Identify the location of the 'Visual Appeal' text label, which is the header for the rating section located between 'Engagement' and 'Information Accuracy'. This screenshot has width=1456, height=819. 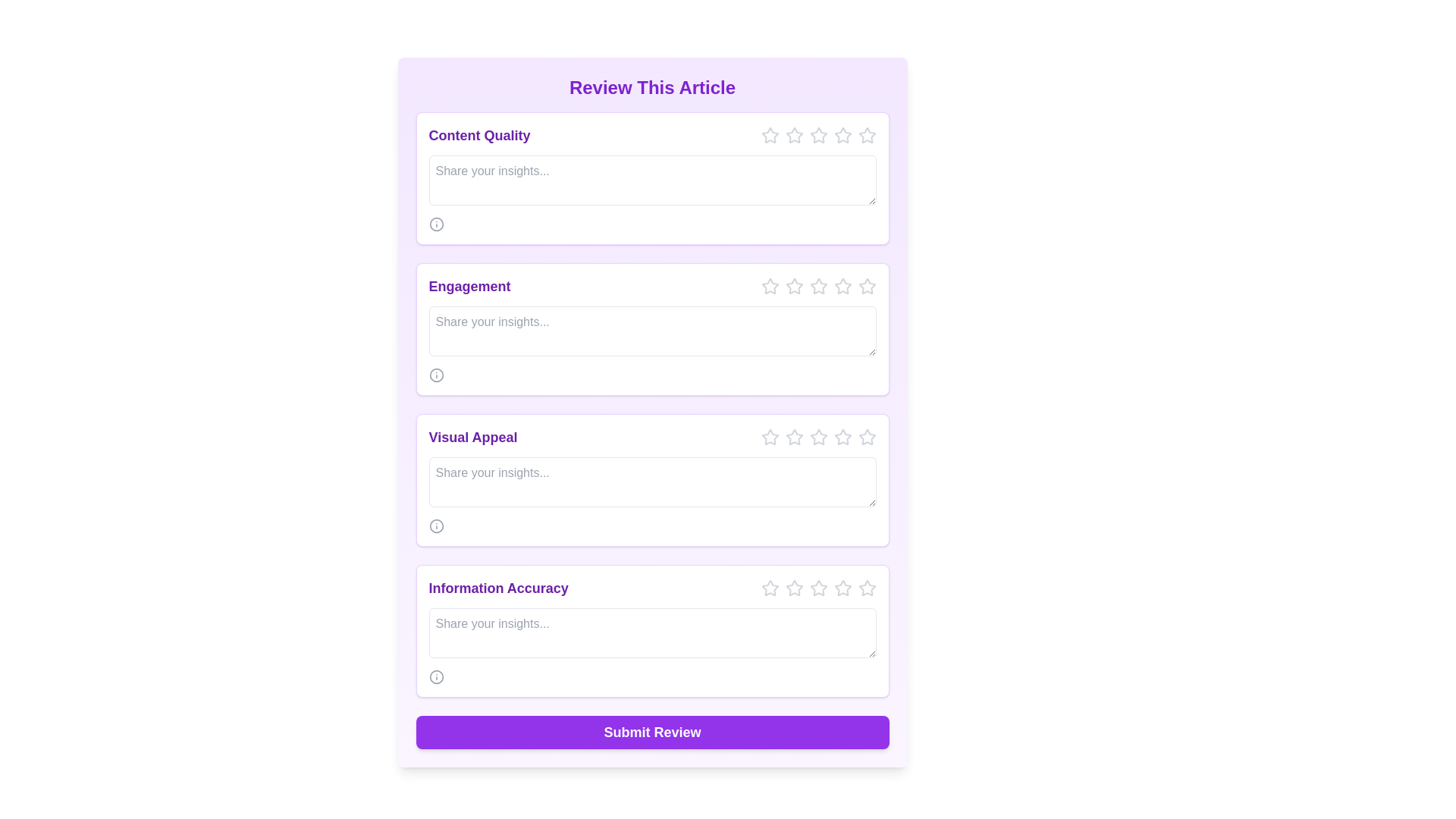
(472, 438).